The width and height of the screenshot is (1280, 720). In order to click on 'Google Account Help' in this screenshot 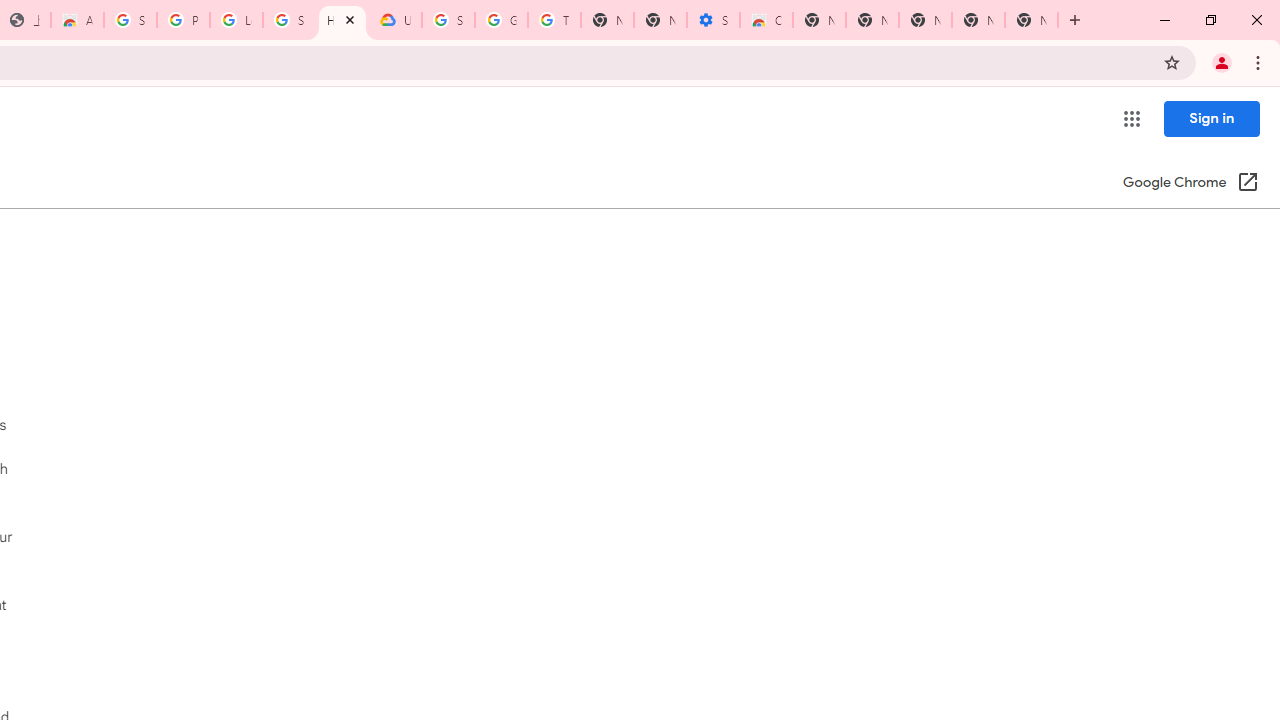, I will do `click(501, 20)`.